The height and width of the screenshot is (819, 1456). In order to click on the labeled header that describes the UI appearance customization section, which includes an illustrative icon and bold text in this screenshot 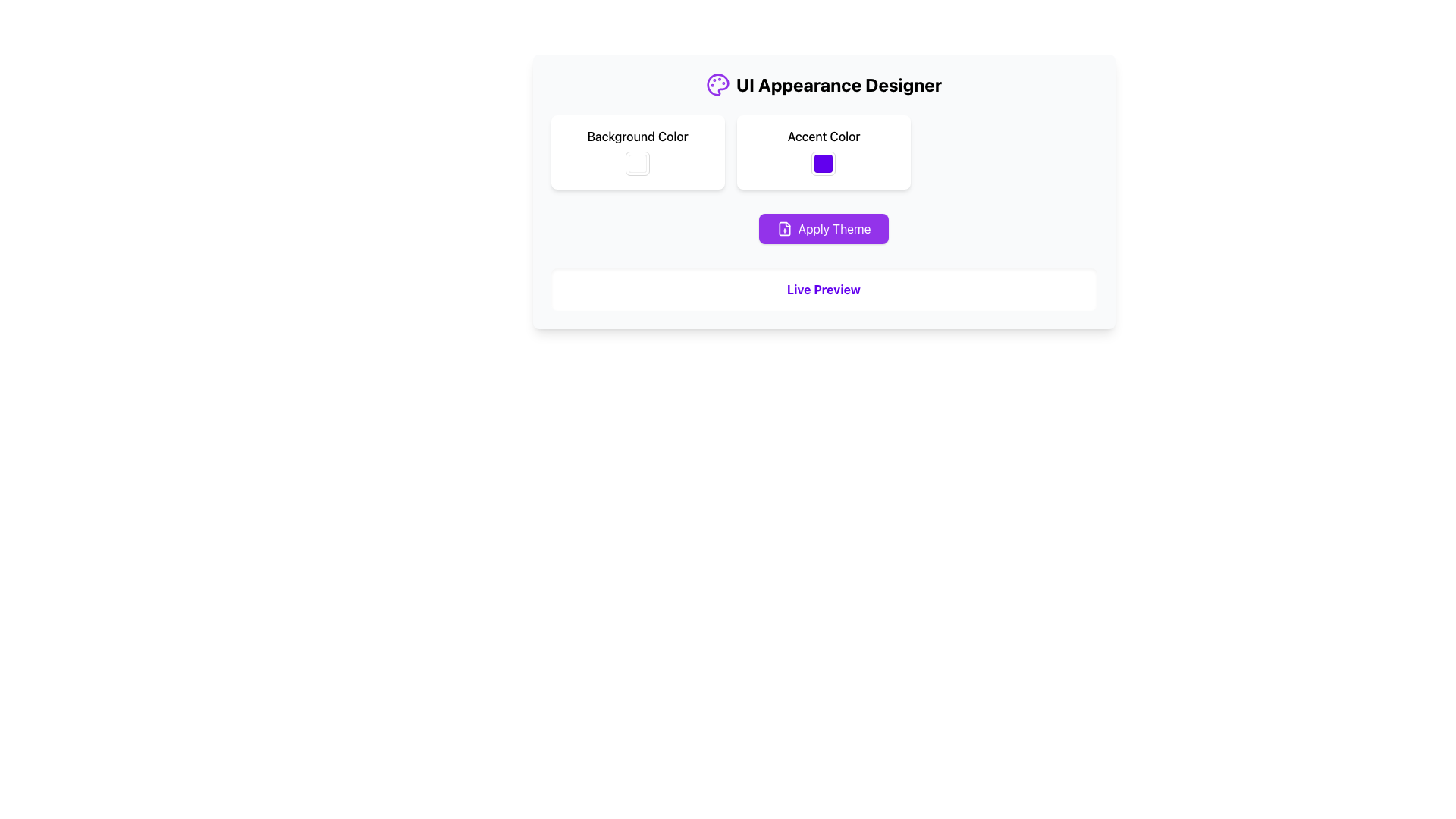, I will do `click(823, 84)`.